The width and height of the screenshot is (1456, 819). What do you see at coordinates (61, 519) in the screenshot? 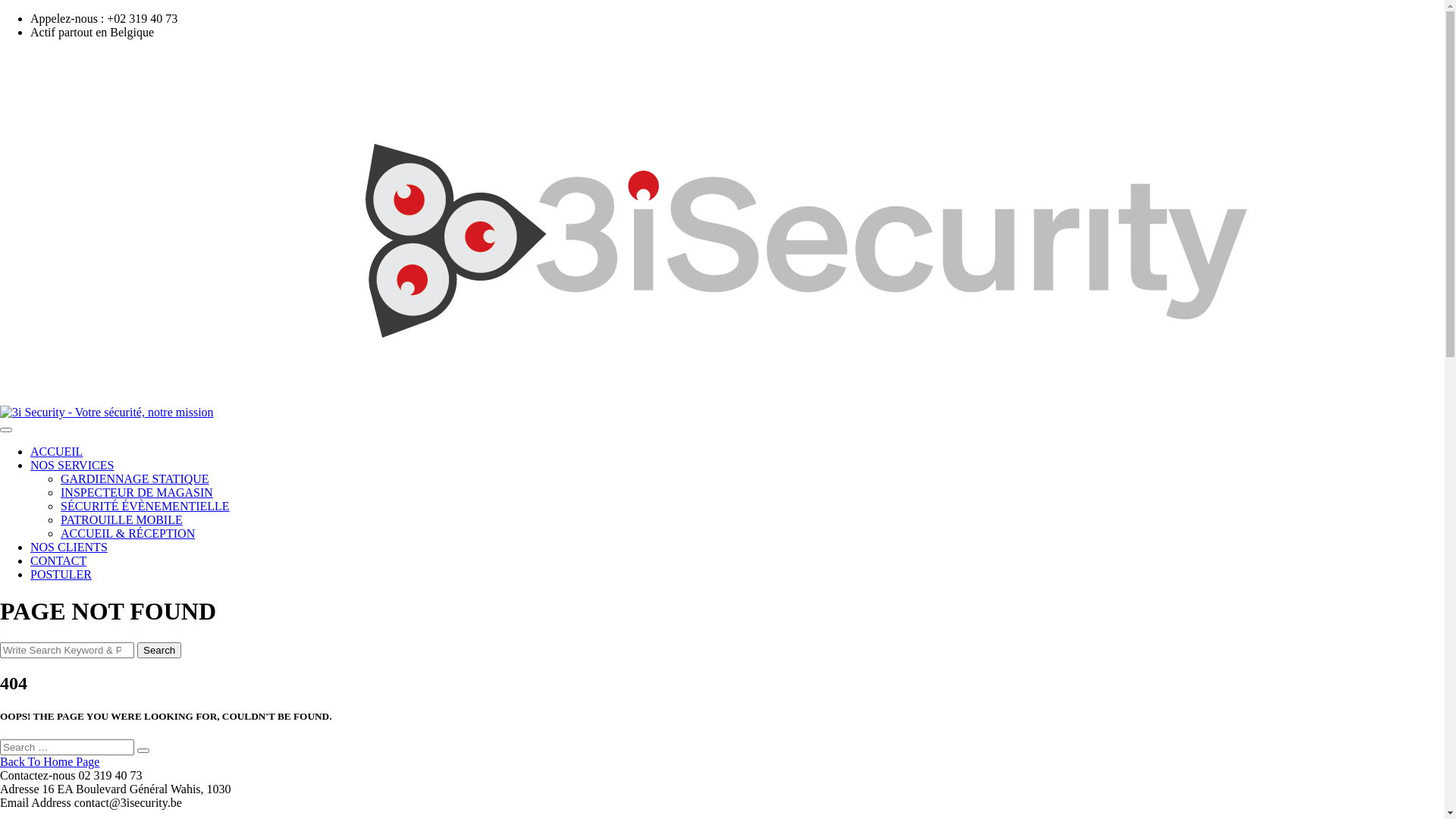
I see `'PATROUILLE MOBILE'` at bounding box center [61, 519].